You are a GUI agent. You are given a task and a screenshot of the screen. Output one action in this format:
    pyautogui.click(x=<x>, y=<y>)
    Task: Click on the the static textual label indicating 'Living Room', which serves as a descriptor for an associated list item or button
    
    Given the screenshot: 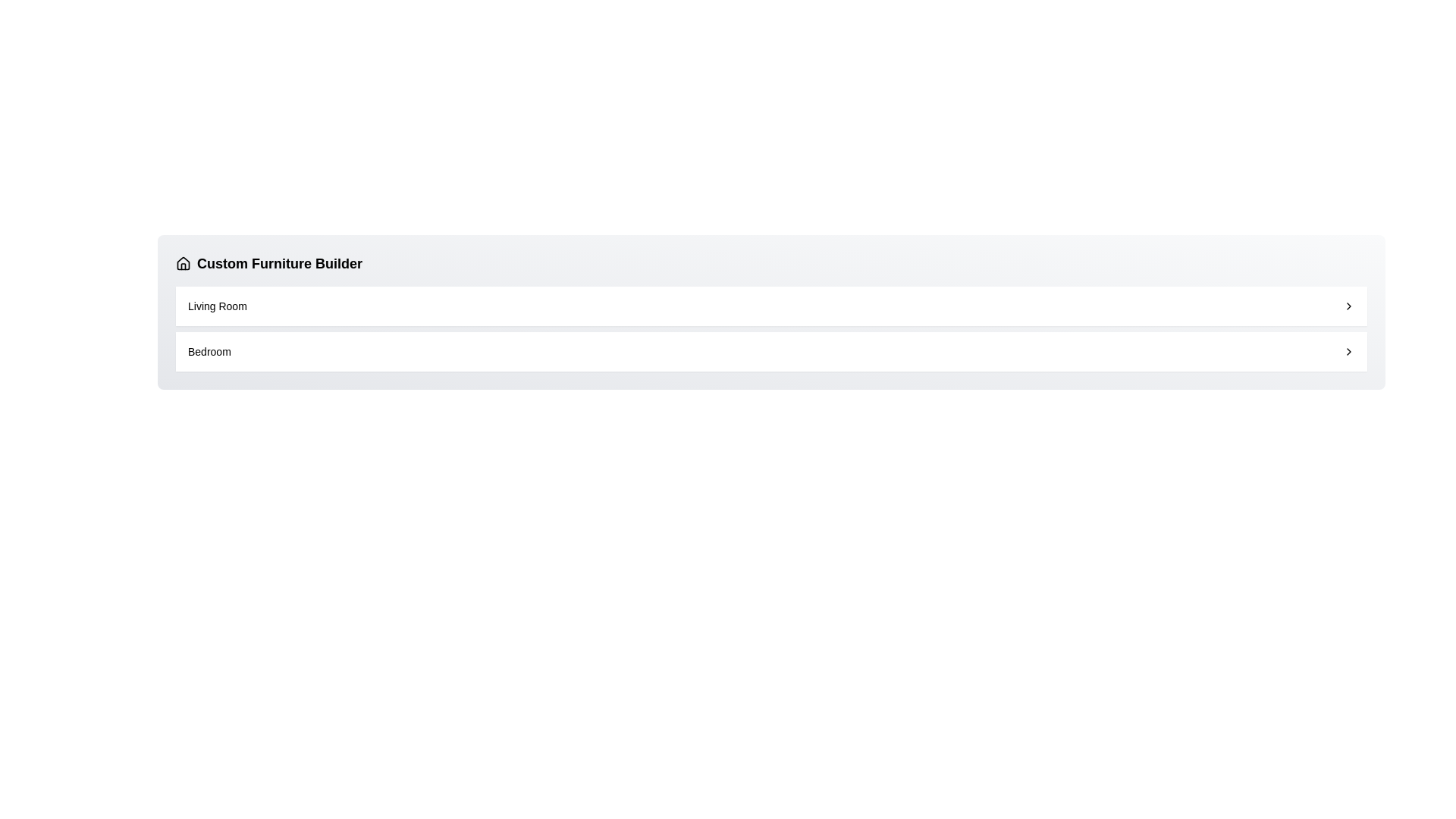 What is the action you would take?
    pyautogui.click(x=216, y=306)
    